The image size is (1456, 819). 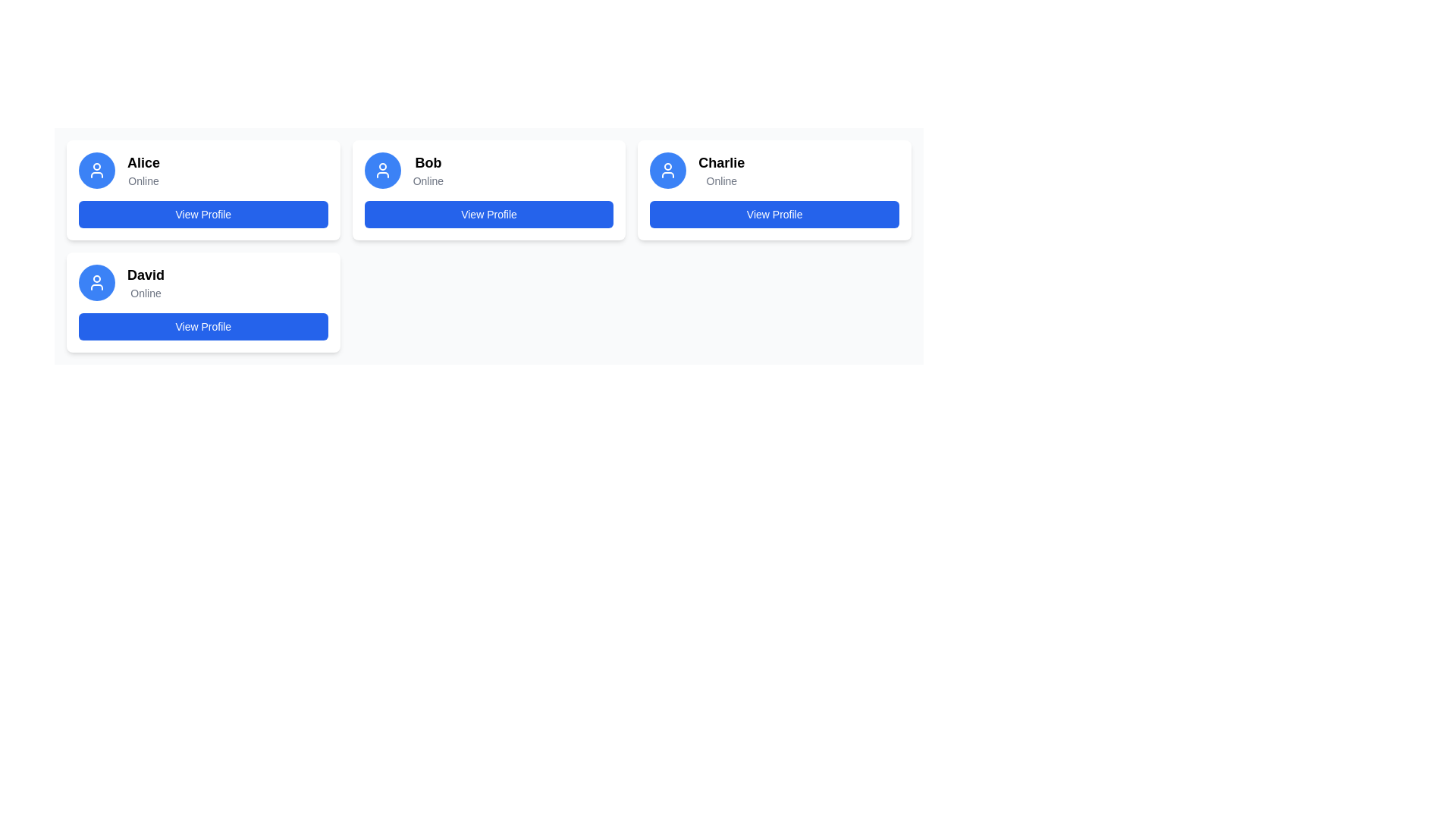 I want to click on the User Avatar of 'David', who is currently 'Online', located in the bottom-left part of the user card grid layout, so click(x=96, y=283).